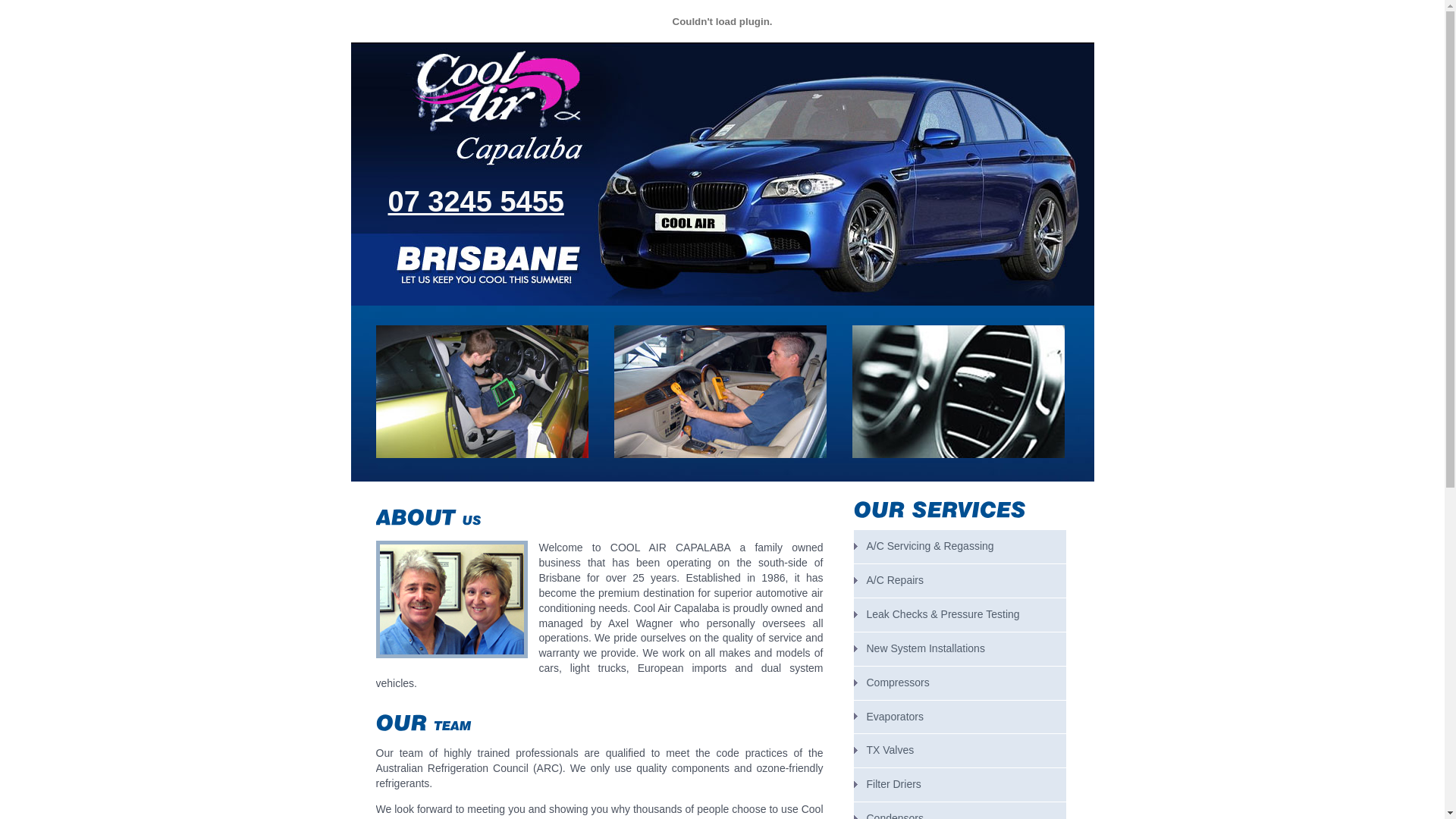 This screenshot has height=819, width=1456. I want to click on 'Leak Checks & Pressure Testing', so click(959, 614).